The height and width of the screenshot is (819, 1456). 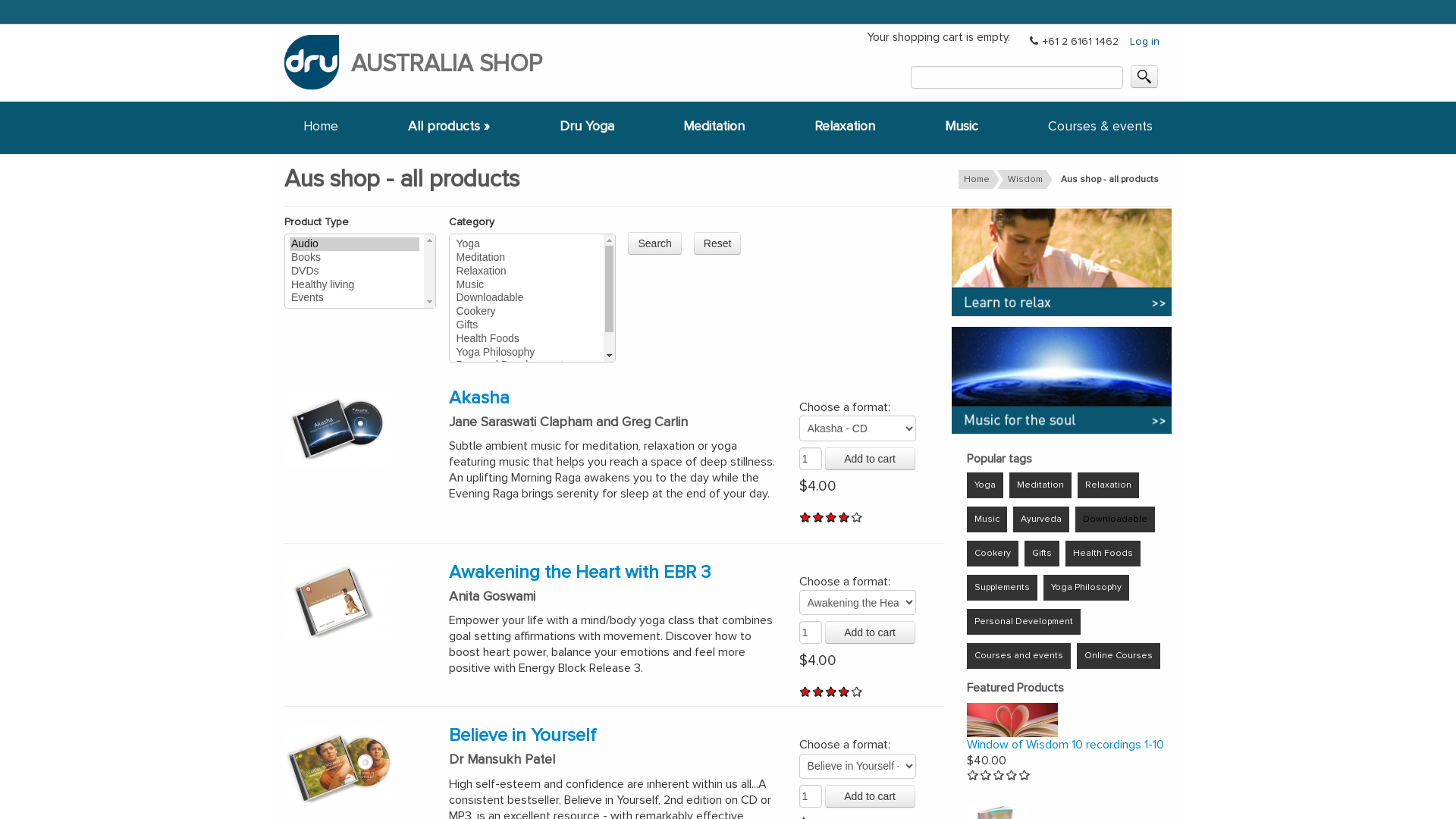 What do you see at coordinates (966, 774) in the screenshot?
I see `'Give Window of Wisdom 10 recordings 1-10 1/5'` at bounding box center [966, 774].